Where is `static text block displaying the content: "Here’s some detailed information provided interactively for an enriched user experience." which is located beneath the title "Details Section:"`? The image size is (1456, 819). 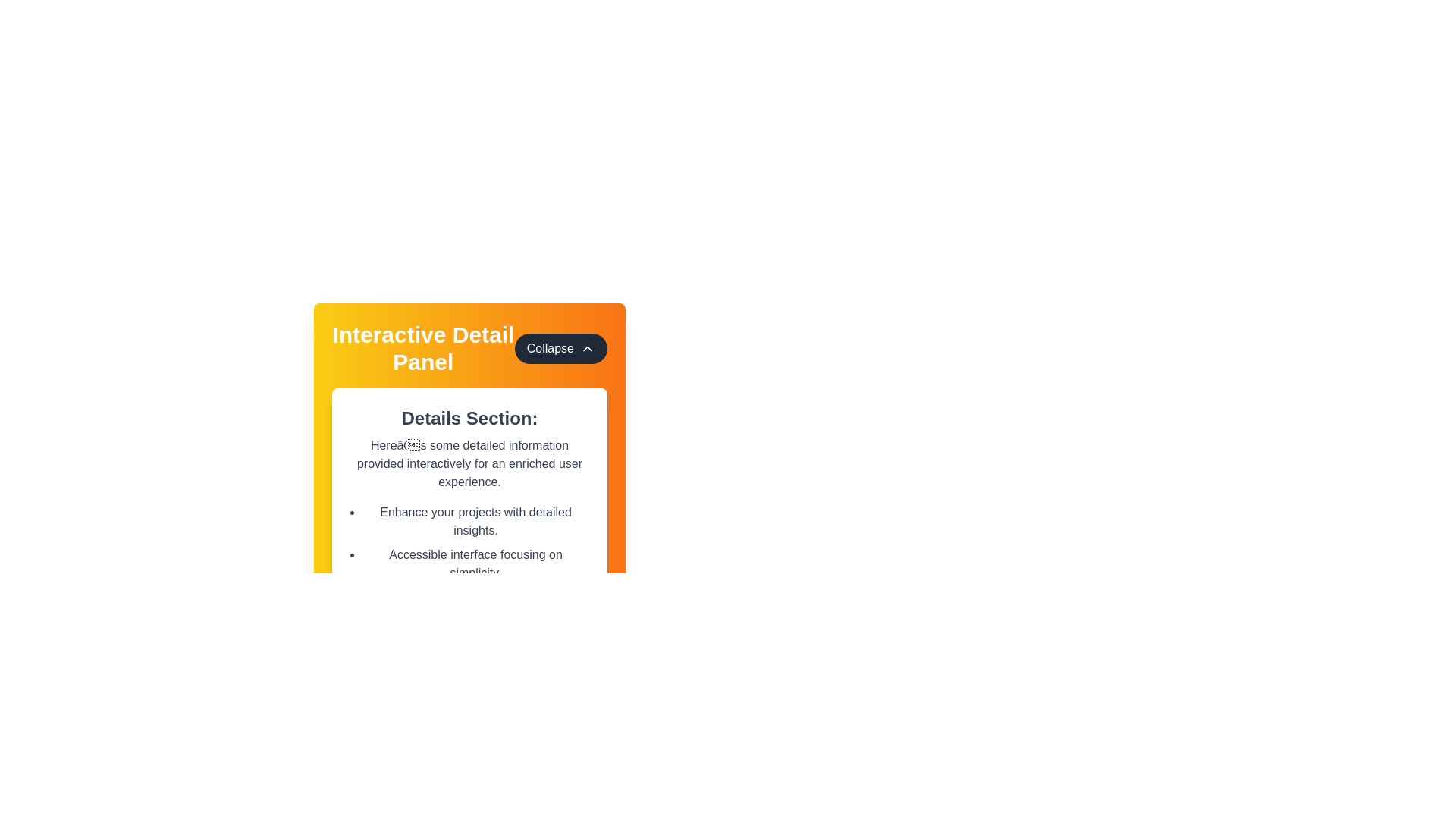
static text block displaying the content: "Here’s some detailed information provided interactively for an enriched user experience." which is located beneath the title "Details Section:" is located at coordinates (469, 463).